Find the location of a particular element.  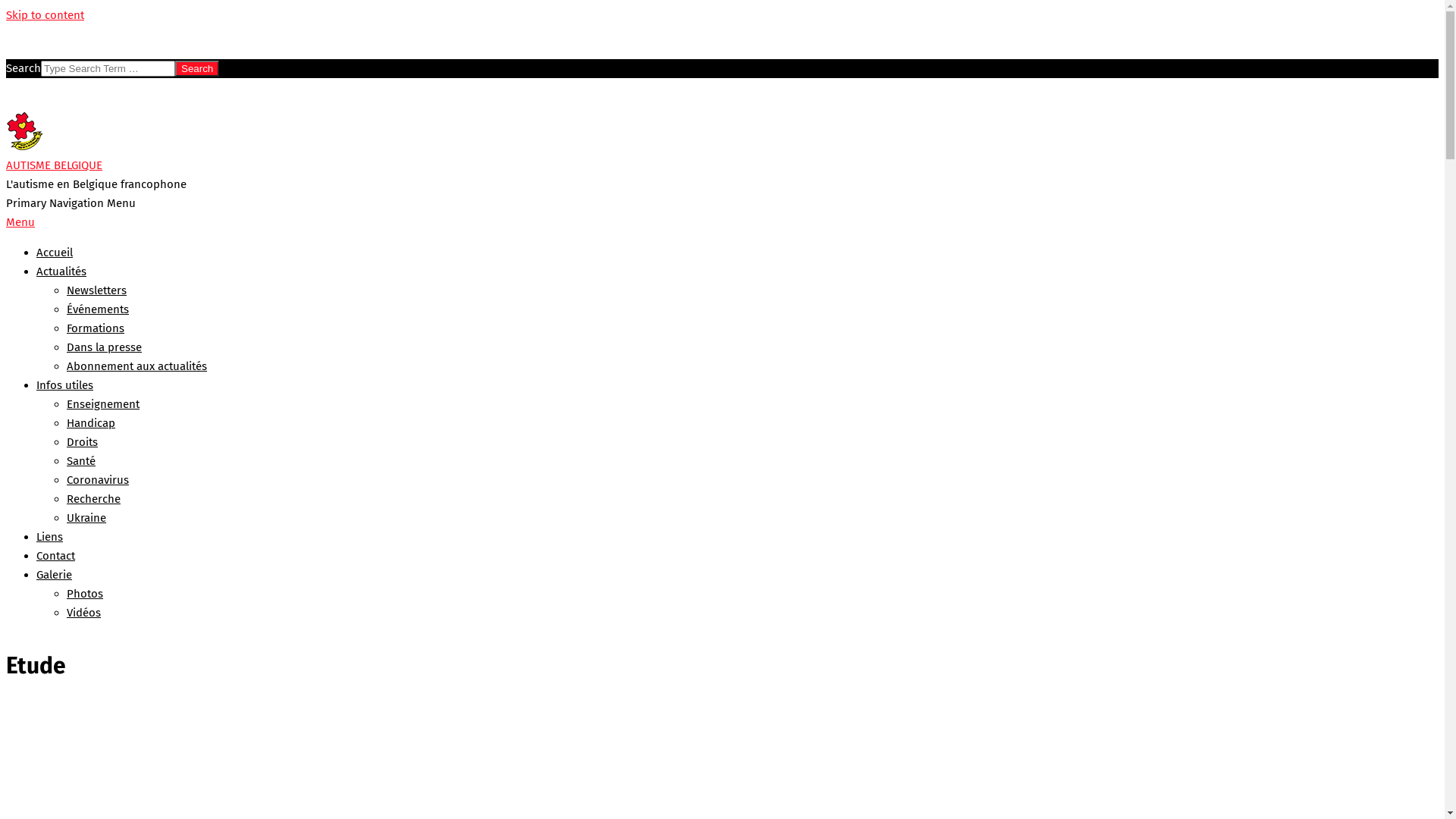

'Galerie' is located at coordinates (36, 575).